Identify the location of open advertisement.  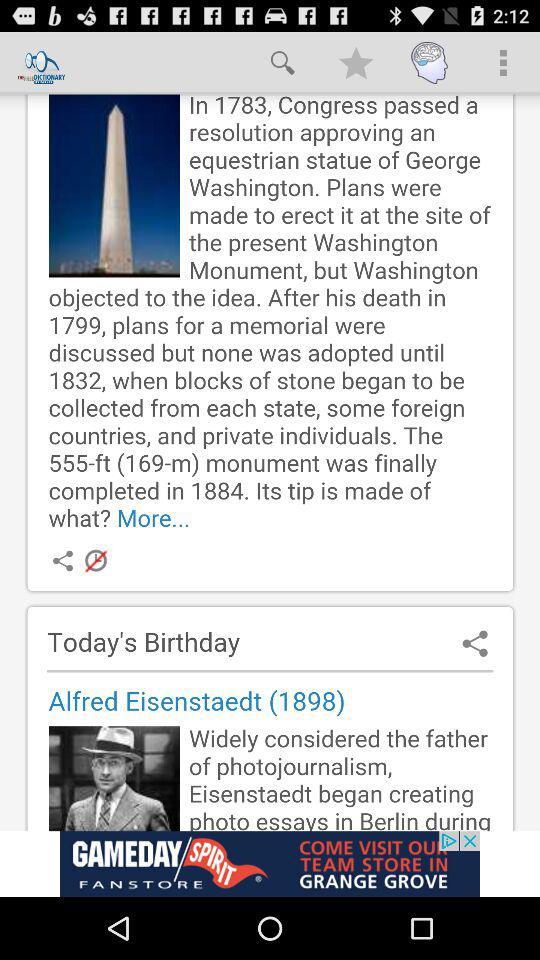
(270, 863).